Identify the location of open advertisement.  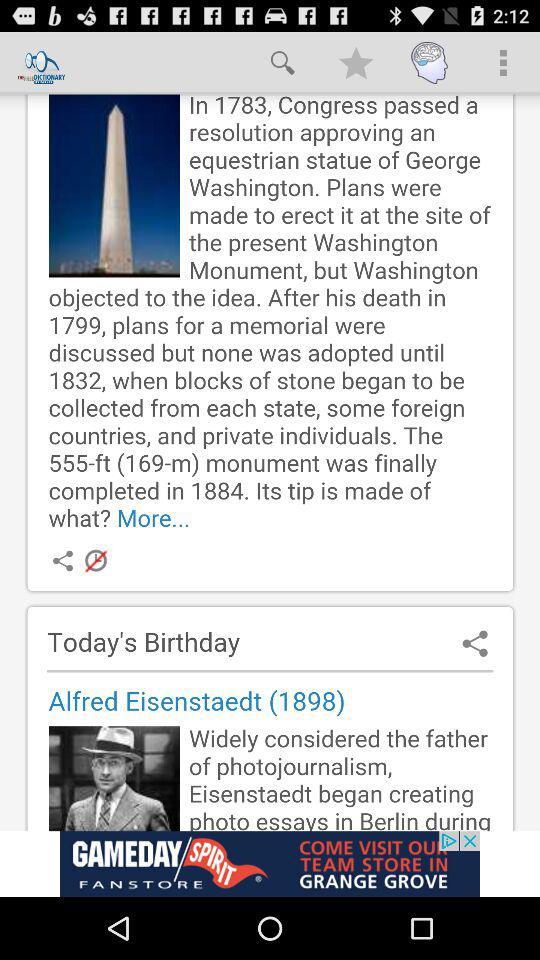
(270, 863).